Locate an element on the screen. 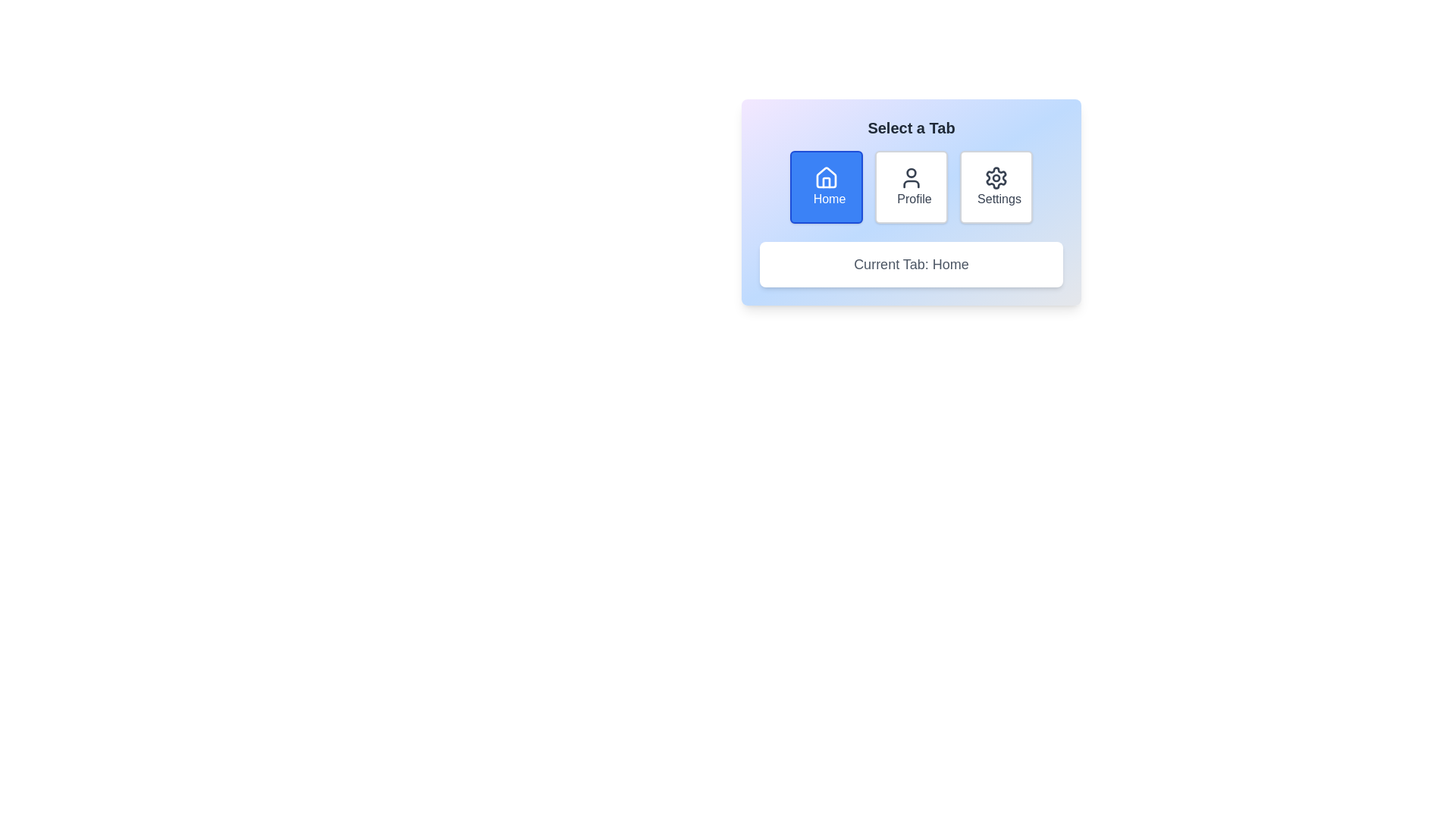  the 'Profile' button, which is the second squared button with a white background and user silhouette icon in the 'Select a Tab' section is located at coordinates (910, 186).